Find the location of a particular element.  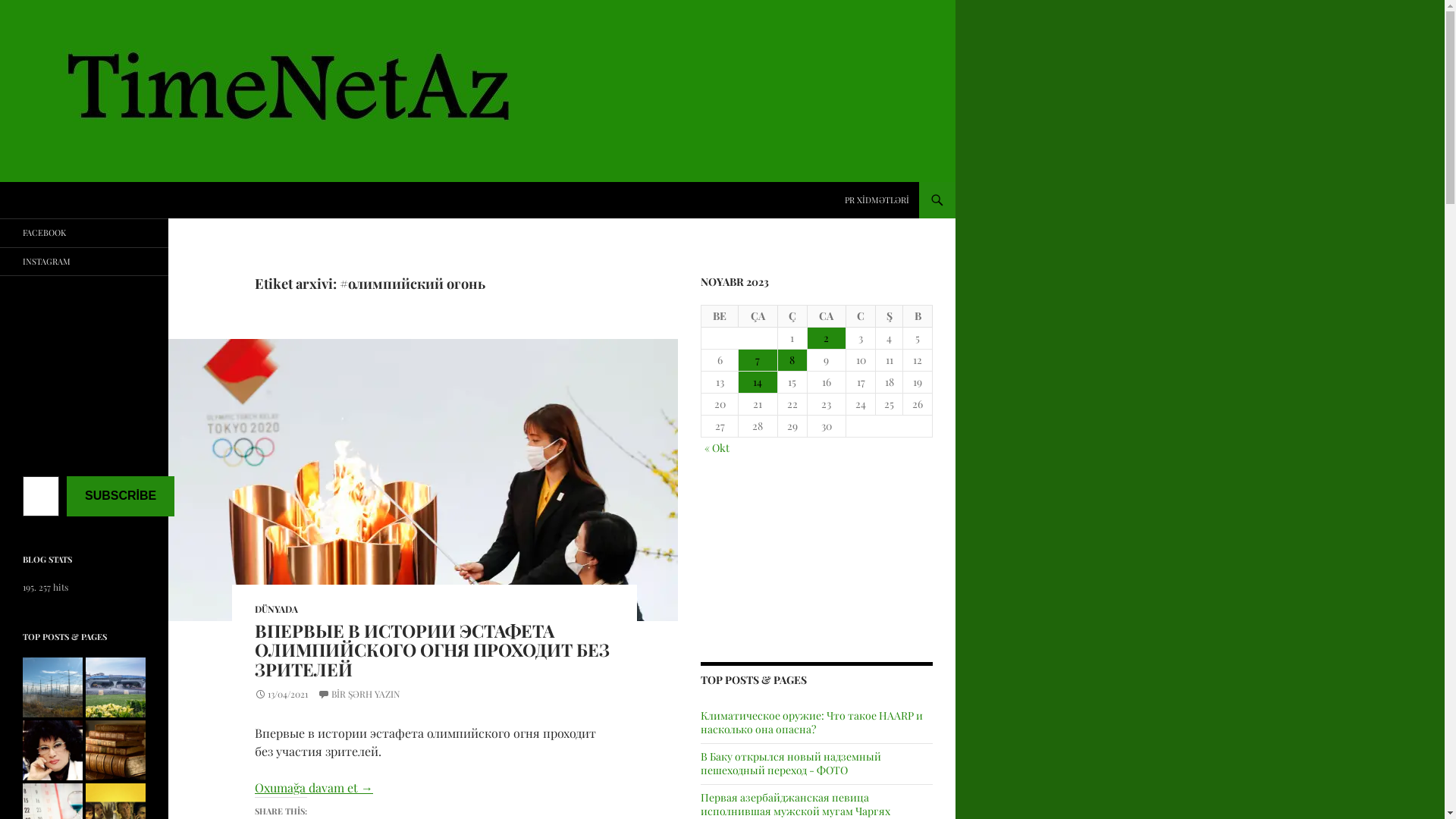

'2' is located at coordinates (826, 337).